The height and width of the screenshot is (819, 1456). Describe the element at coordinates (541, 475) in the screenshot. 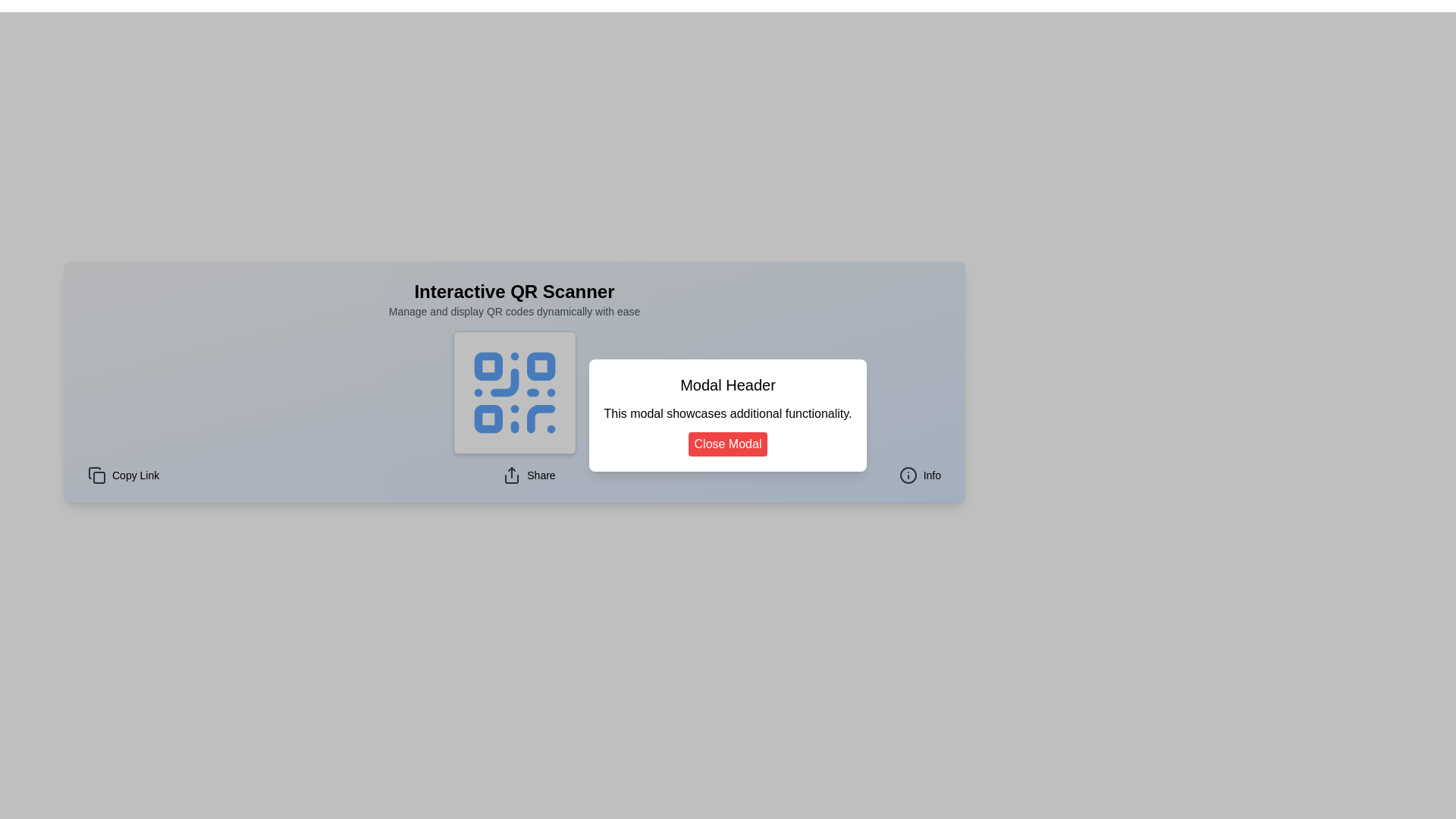

I see `the text label located at the bottom-left corner of the modal, which provides information about the share action icon next to it` at that location.